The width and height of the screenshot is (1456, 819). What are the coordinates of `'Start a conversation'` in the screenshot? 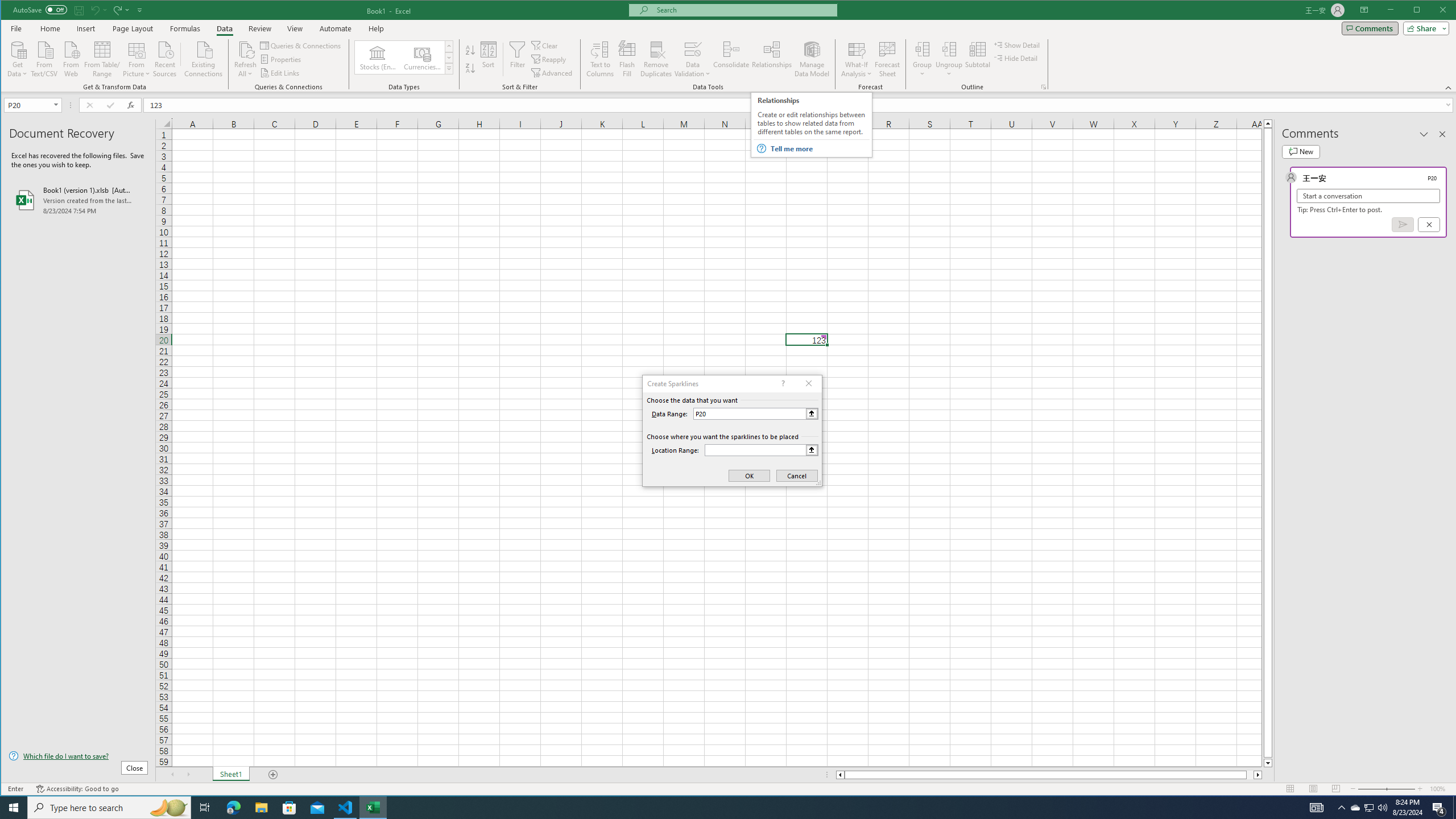 It's located at (1368, 196).